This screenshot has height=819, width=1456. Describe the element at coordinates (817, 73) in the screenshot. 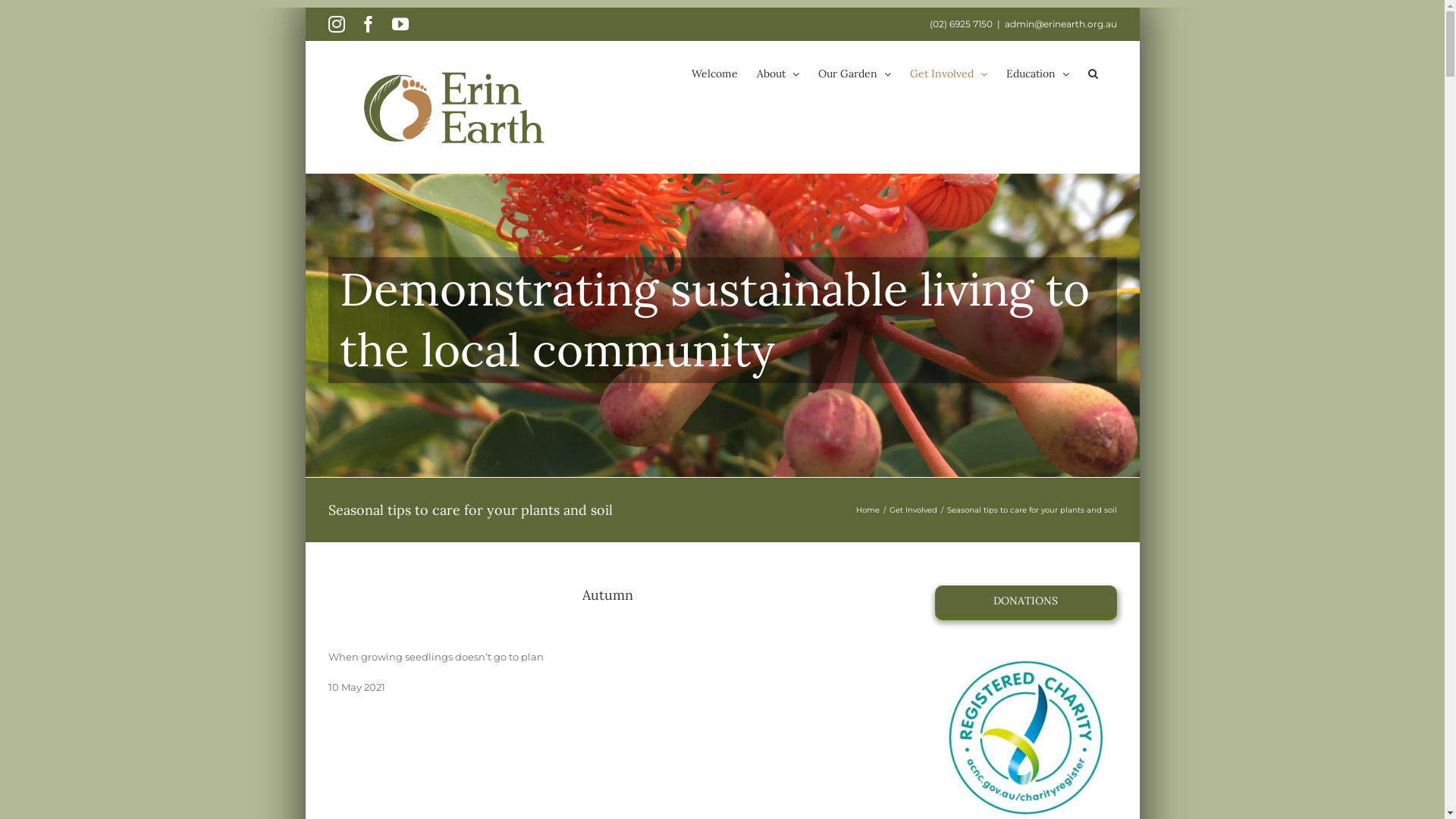

I see `'Our Garden'` at that location.